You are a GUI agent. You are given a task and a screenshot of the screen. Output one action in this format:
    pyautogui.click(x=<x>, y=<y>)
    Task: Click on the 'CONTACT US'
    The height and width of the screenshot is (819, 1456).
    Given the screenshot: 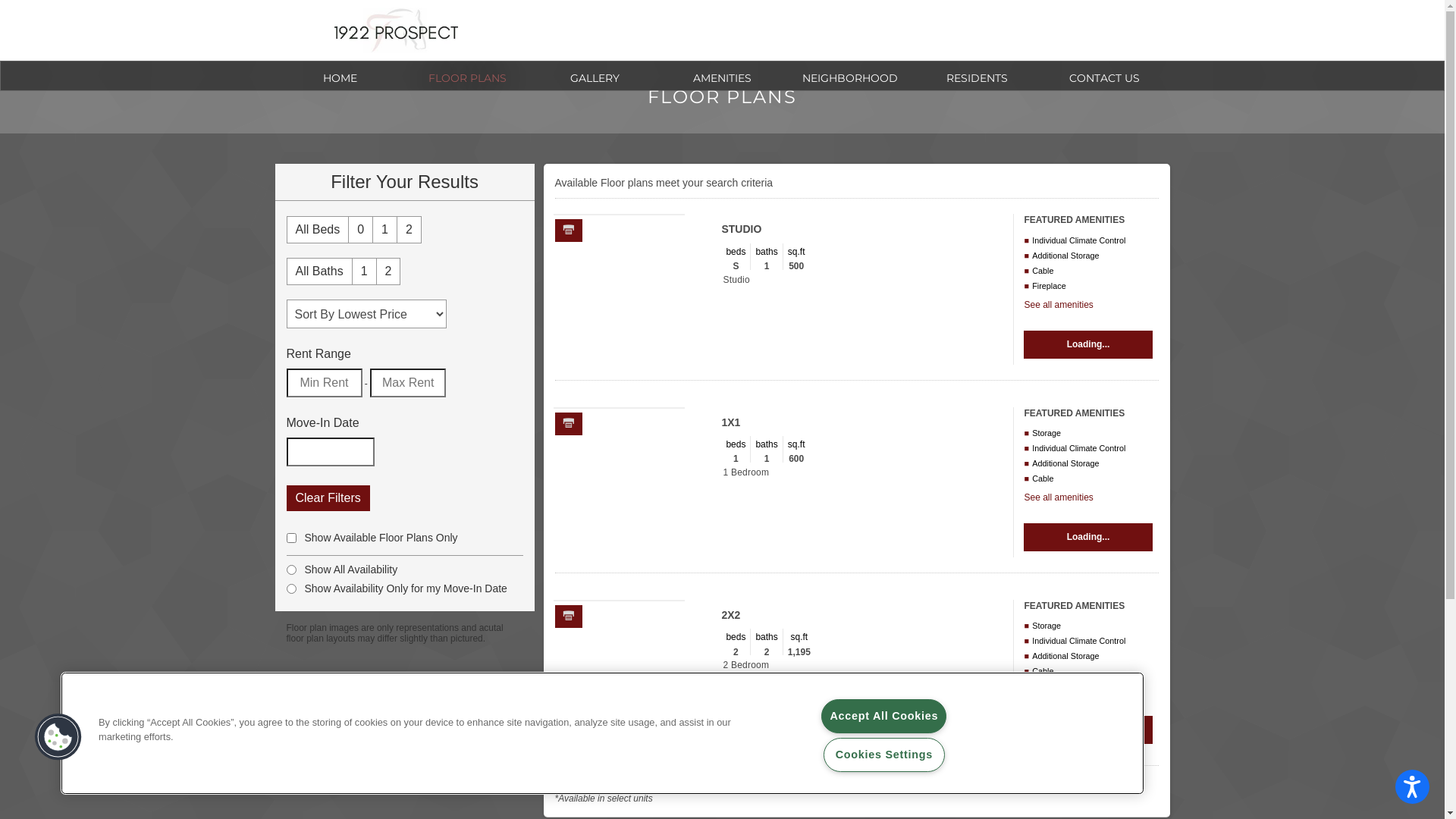 What is the action you would take?
    pyautogui.click(x=1040, y=76)
    